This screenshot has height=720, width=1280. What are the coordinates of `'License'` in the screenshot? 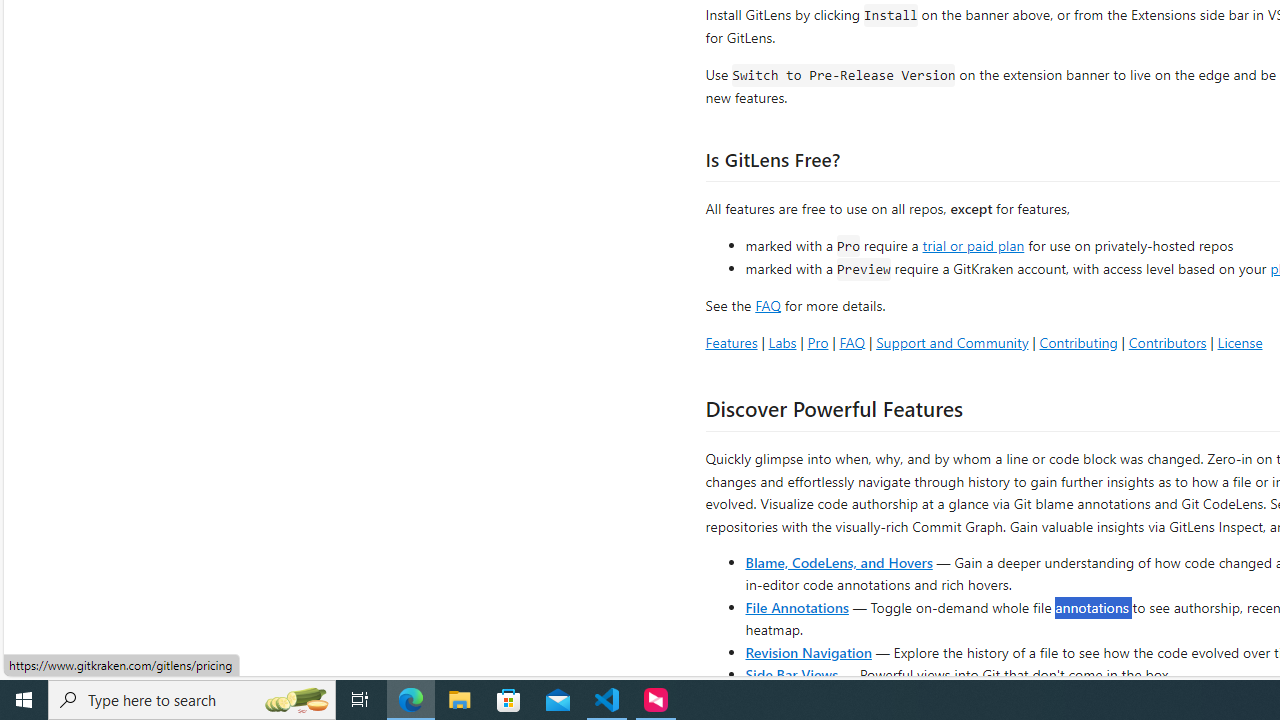 It's located at (1239, 341).